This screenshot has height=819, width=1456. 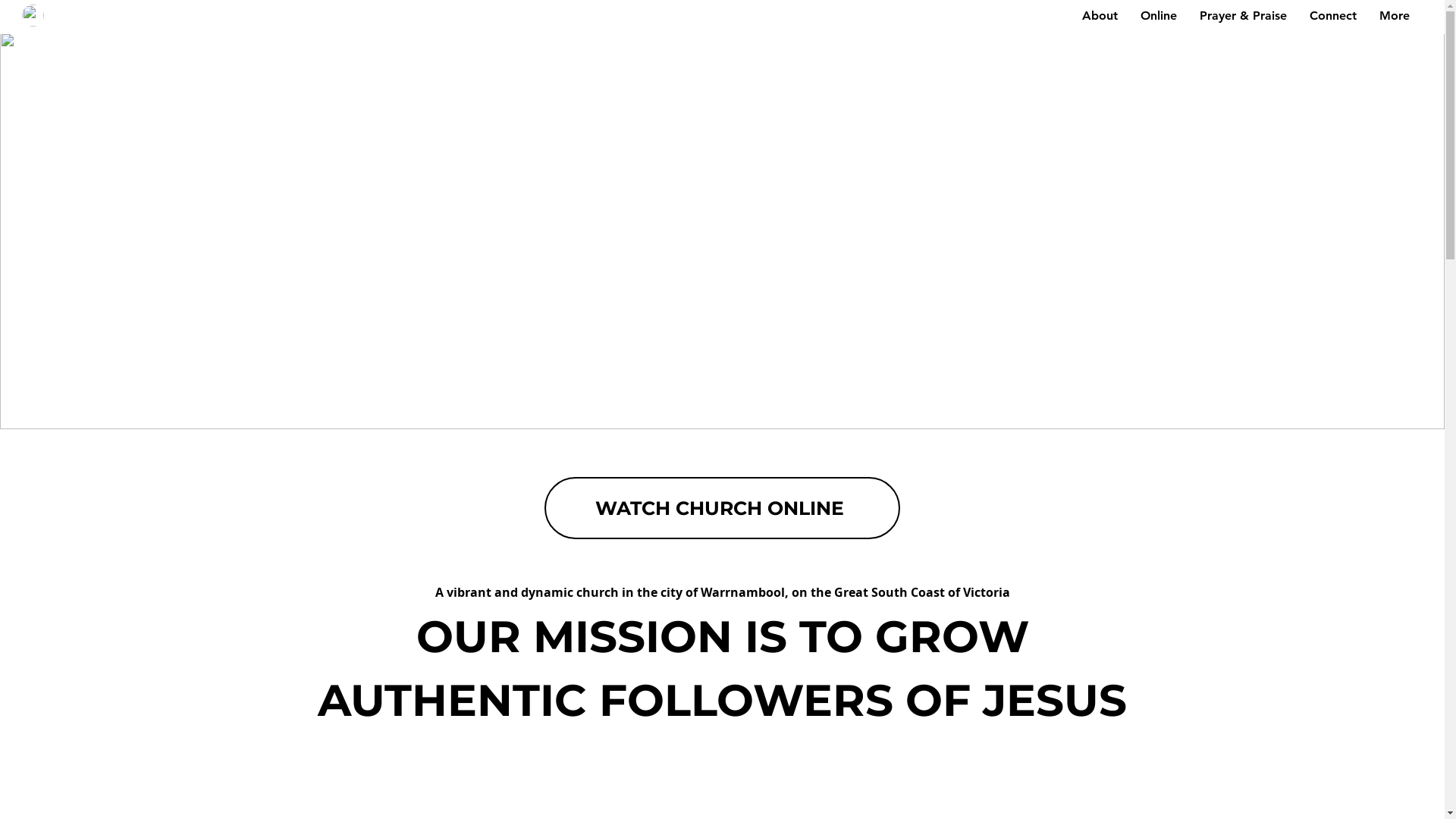 What do you see at coordinates (1243, 15) in the screenshot?
I see `'Prayer & Praise'` at bounding box center [1243, 15].